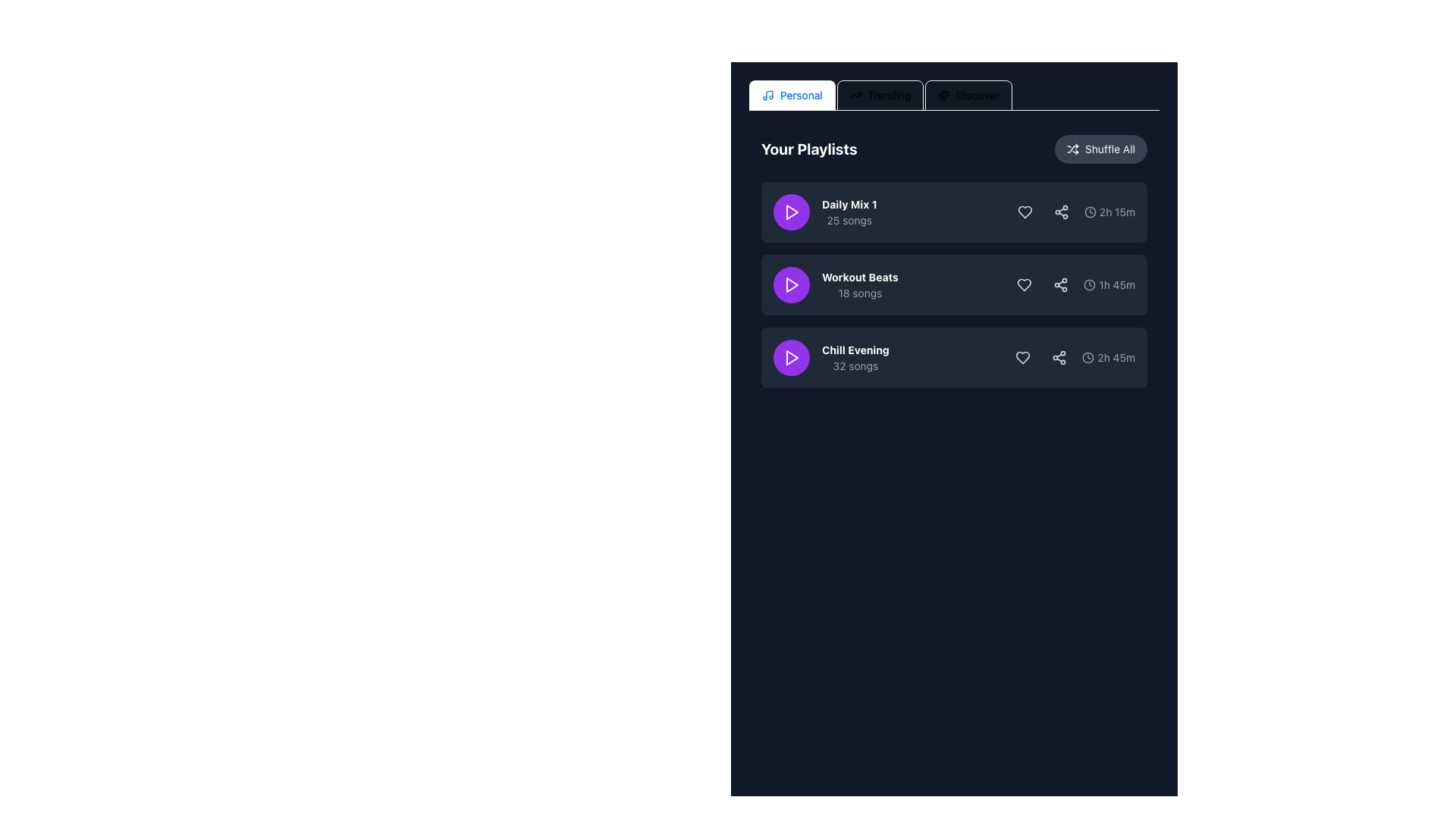  Describe the element at coordinates (849, 220) in the screenshot. I see `the static text label indicating the number of songs in the playlist 'Daily Mix 1', which is the second element beneath the title text` at that location.